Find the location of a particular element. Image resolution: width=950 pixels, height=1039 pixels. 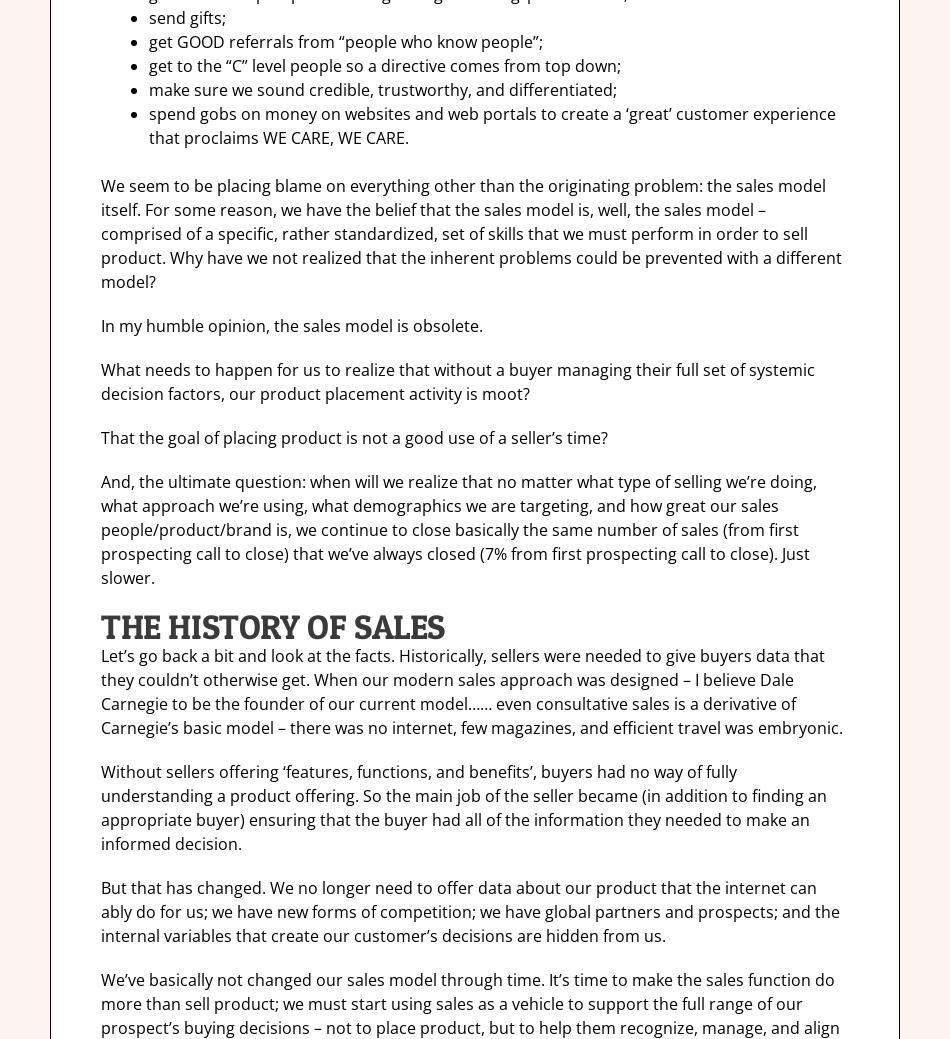

'And, the ultimate question: when will we realize that no matter what type of selling we’re doing, what approach we’re using, what demographics we are targeting, and how great our sales people/product/brand is, we continue to close basically the same number of sales (from first prospecting call to close) that we’ve always closed (7% from first prospecting call to close). Just slower.' is located at coordinates (458, 529).